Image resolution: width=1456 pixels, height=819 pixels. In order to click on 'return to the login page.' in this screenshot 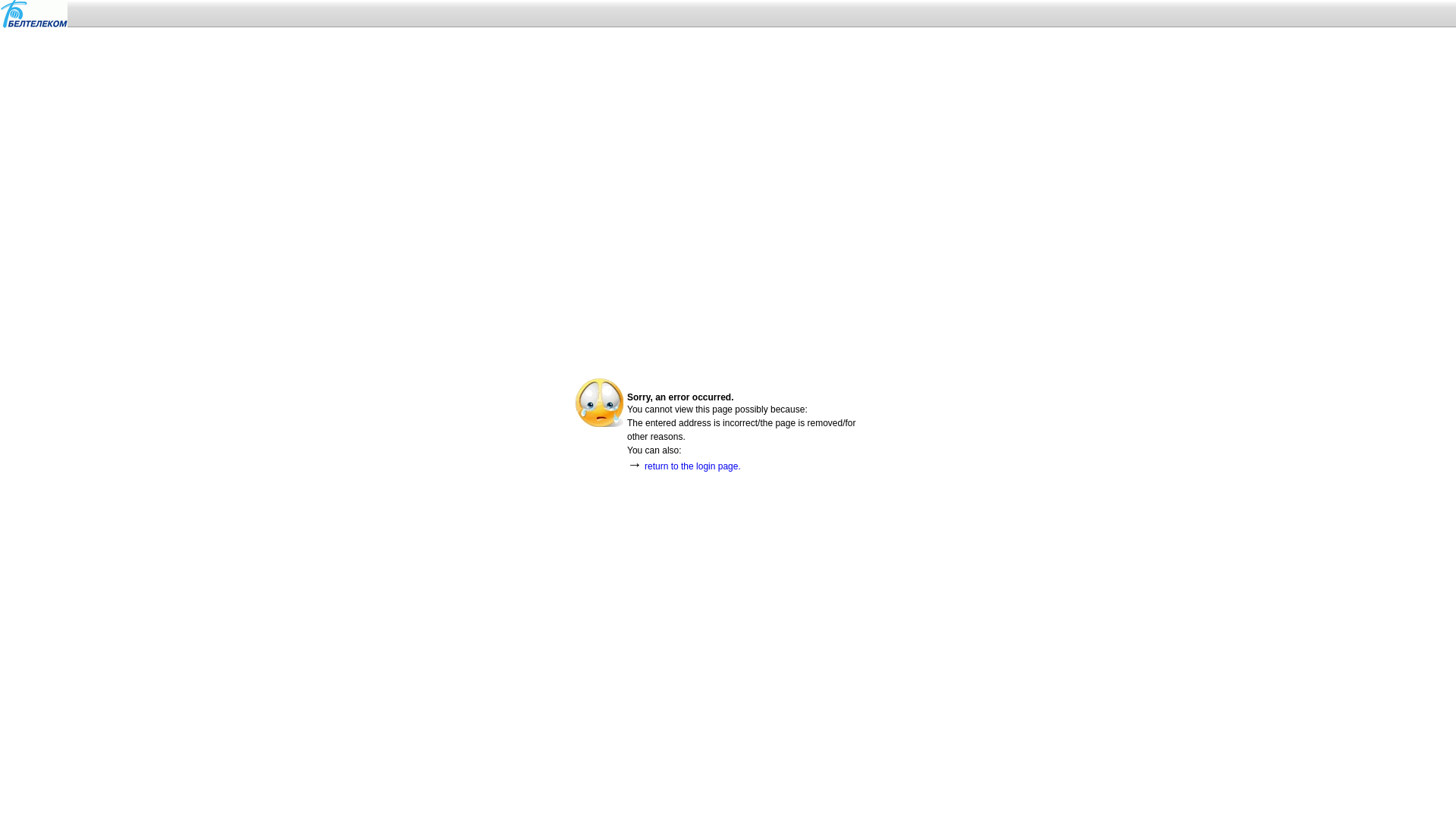, I will do `click(644, 465)`.